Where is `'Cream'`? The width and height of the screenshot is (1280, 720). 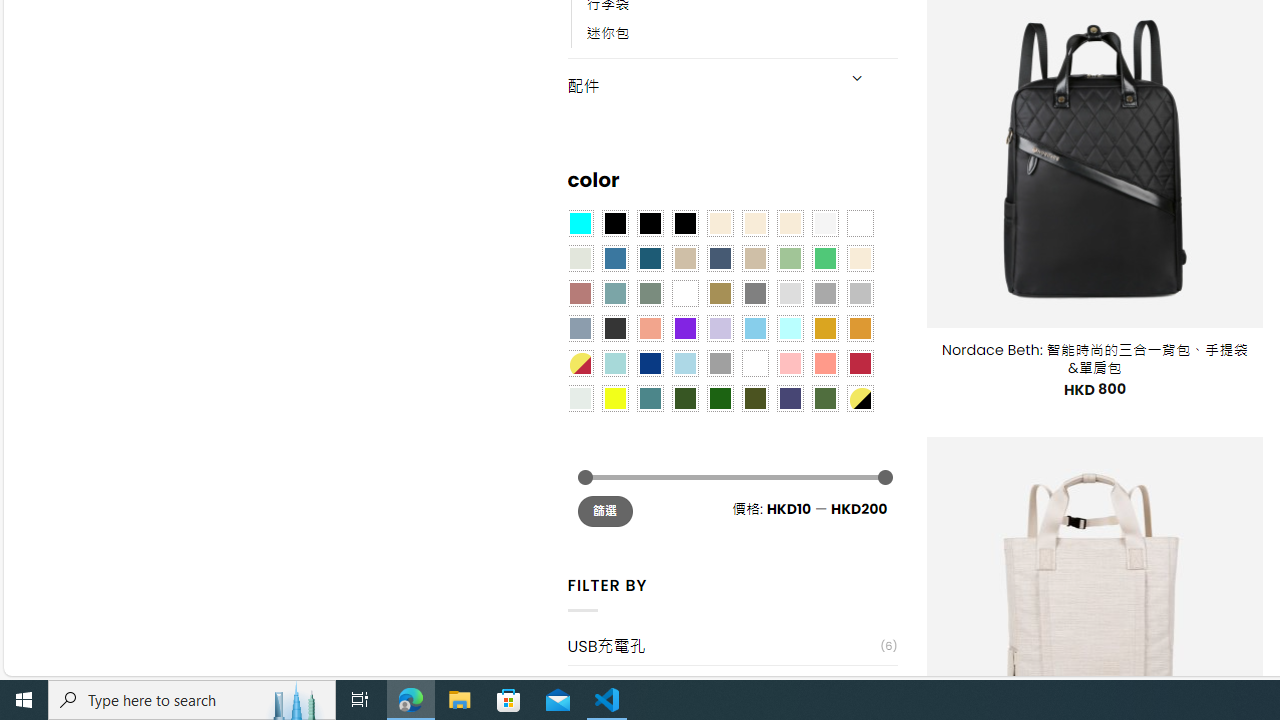 'Cream' is located at coordinates (788, 223).